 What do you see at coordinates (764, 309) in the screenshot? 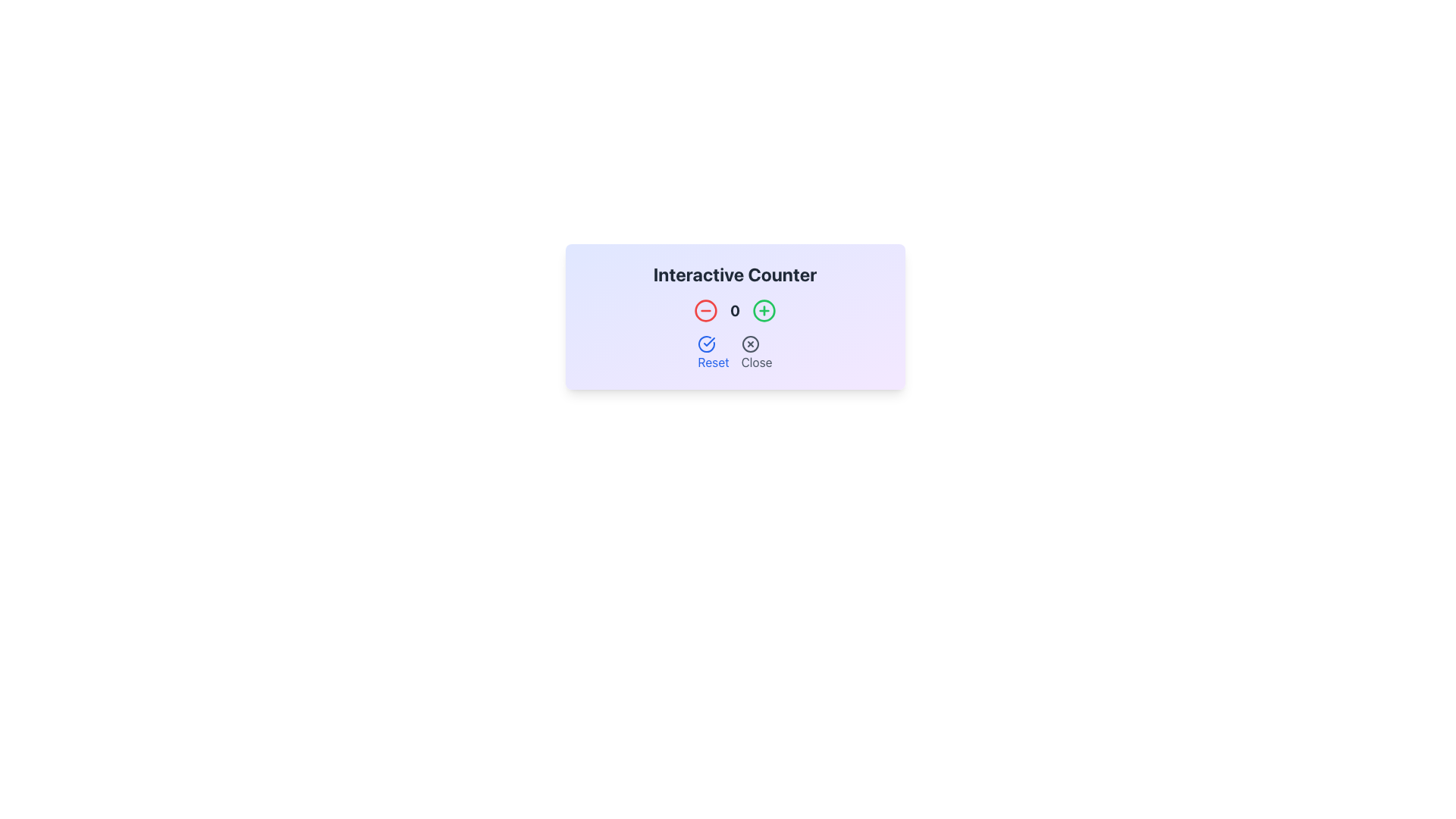
I see `the increment button, which has a plus icon and is the last button in the interactive controls, located to the right of the central numeric display` at bounding box center [764, 309].